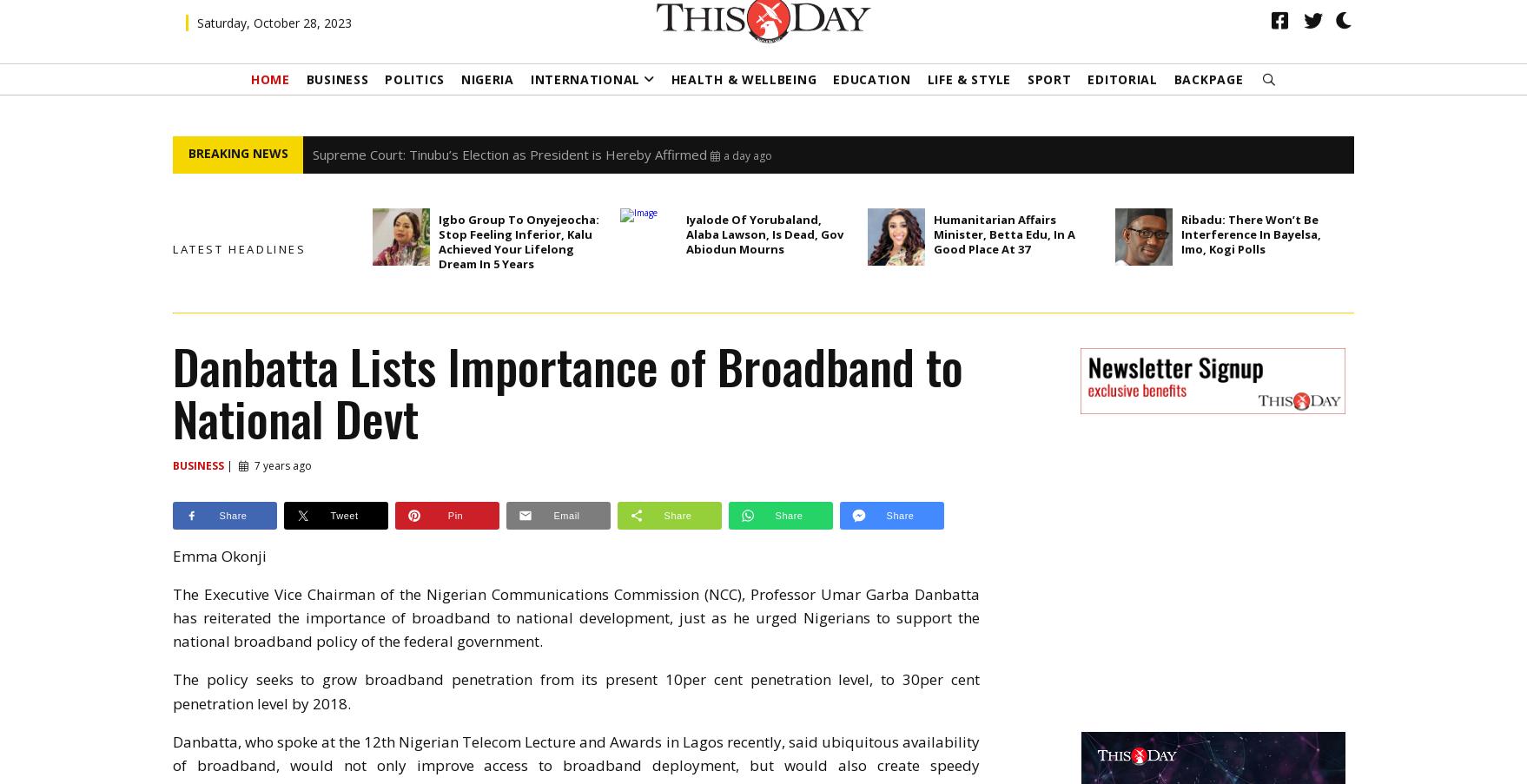 The height and width of the screenshot is (784, 1527). Describe the element at coordinates (832, 102) in the screenshot. I see `'Education'` at that location.